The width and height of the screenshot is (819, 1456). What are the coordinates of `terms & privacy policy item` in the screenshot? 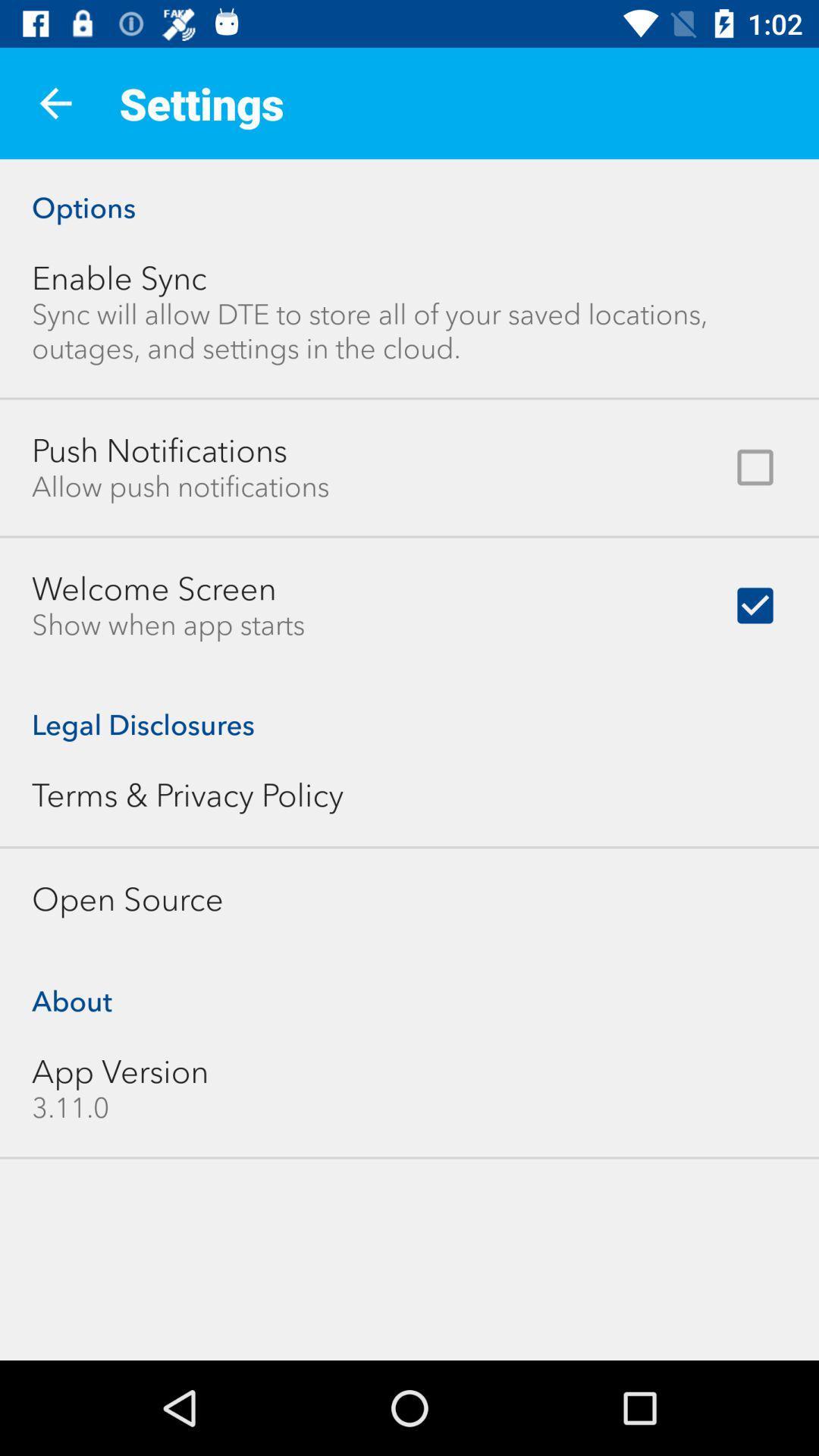 It's located at (187, 794).